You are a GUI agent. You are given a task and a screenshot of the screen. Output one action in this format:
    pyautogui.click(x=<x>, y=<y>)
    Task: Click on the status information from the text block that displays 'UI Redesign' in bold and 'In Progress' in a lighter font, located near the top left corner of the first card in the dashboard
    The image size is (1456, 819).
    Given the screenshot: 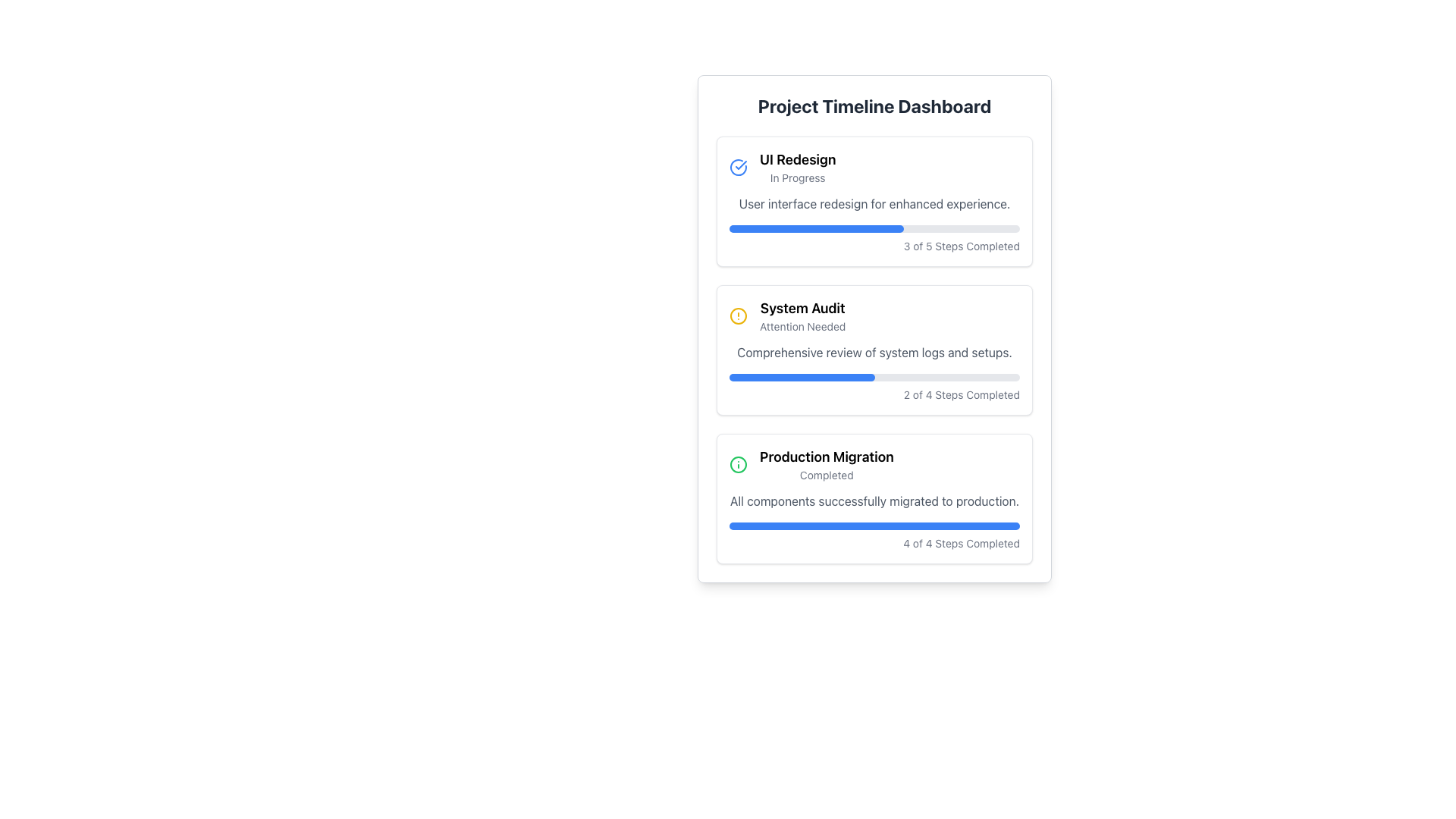 What is the action you would take?
    pyautogui.click(x=797, y=167)
    